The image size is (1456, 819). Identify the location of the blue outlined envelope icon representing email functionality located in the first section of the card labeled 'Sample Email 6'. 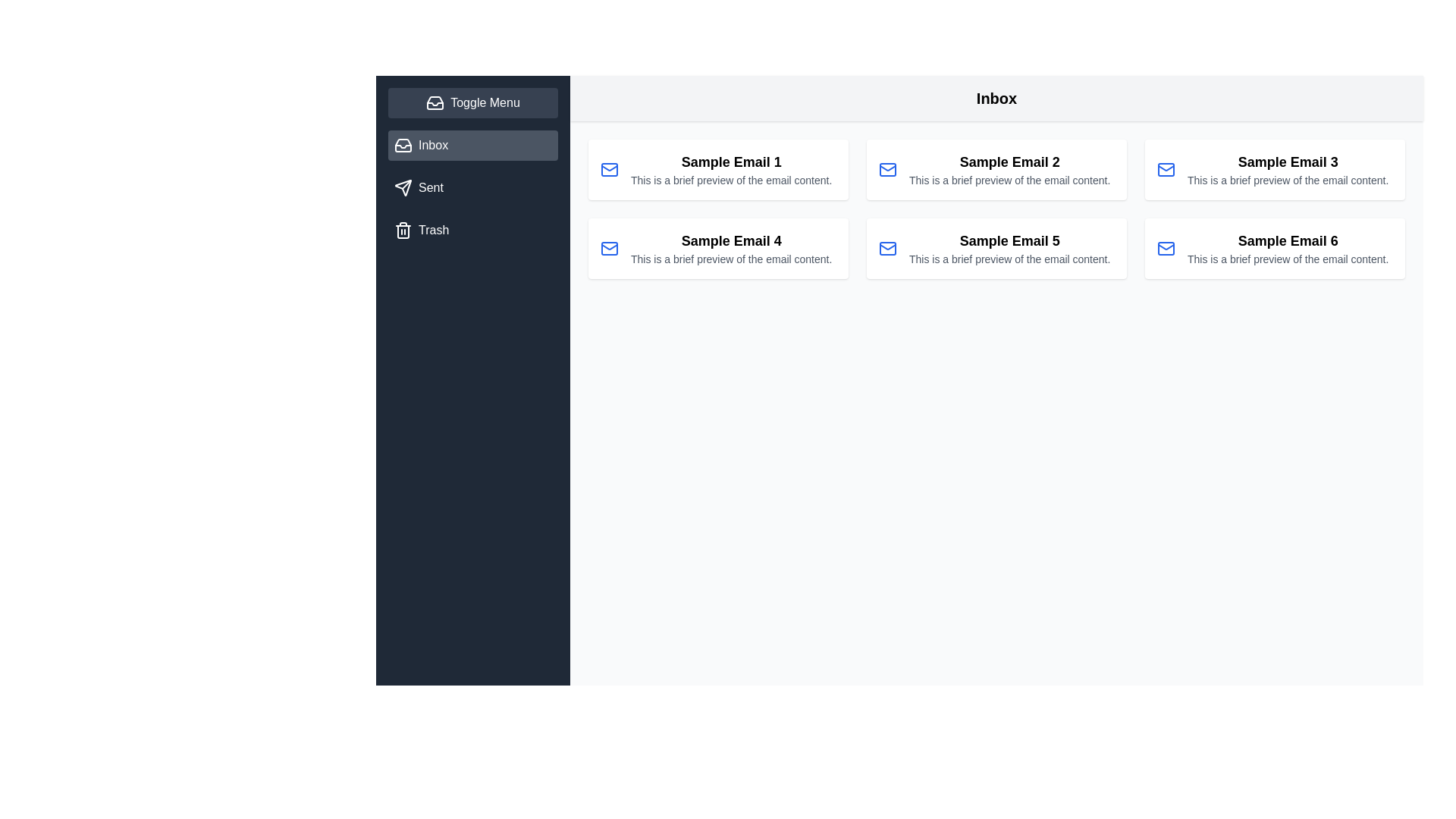
(1165, 247).